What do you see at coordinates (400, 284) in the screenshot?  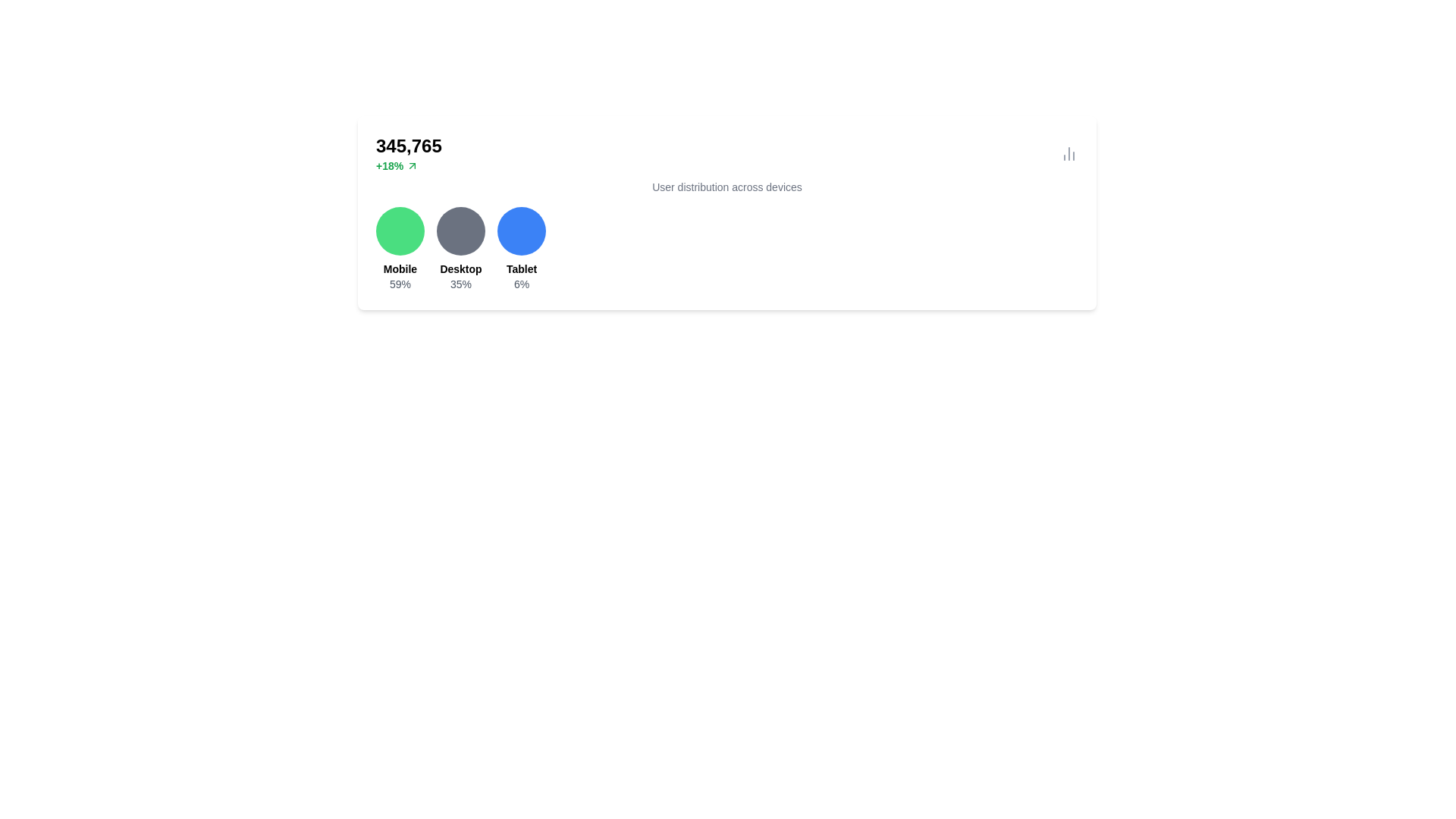 I see `the text label displaying '59%' in a smaller gray font, which is positioned below the 'Mobile' label and centrally aligned under a green circular indicator` at bounding box center [400, 284].